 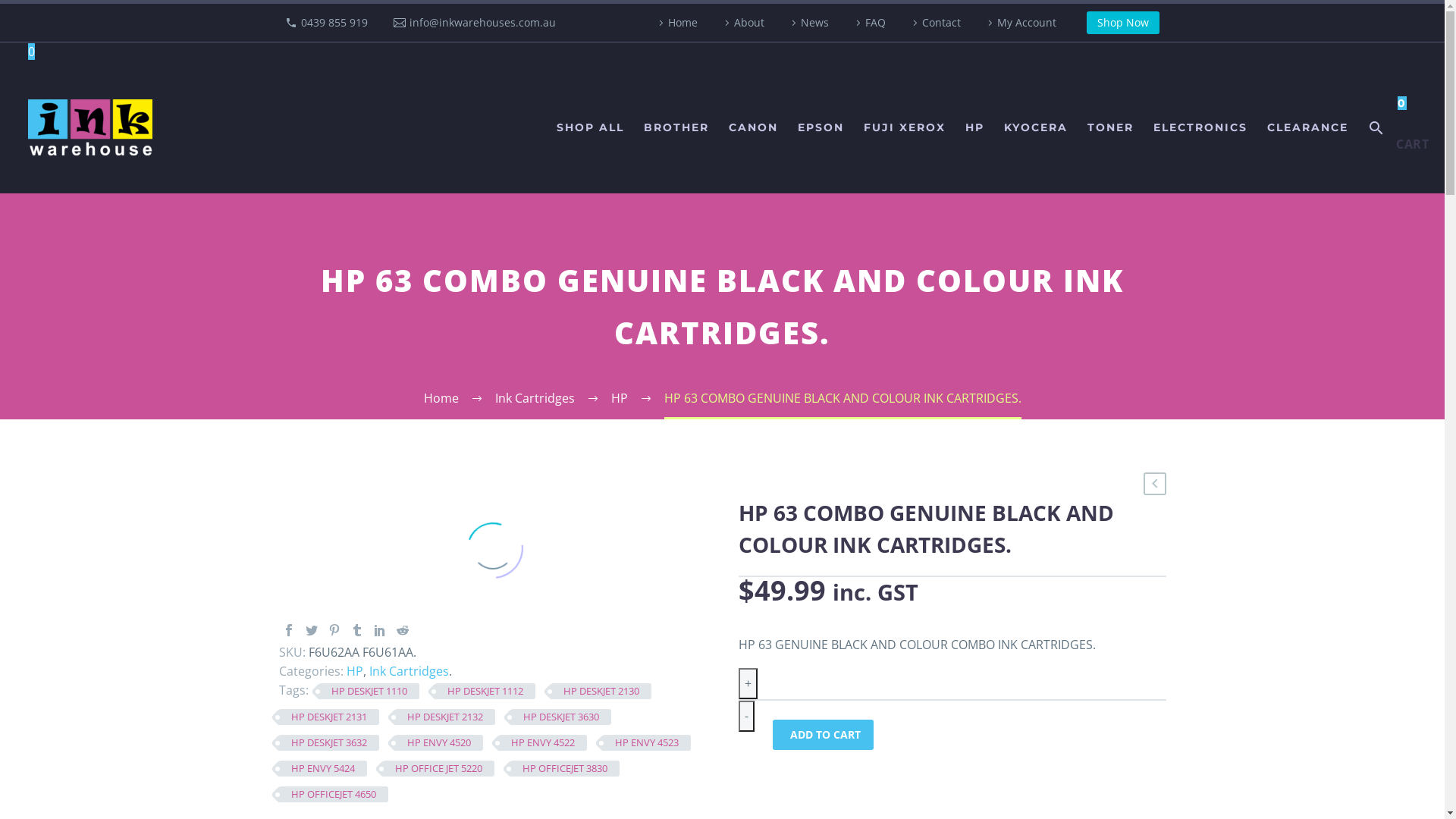 I want to click on 'KYOCERA', so click(x=996, y=127).